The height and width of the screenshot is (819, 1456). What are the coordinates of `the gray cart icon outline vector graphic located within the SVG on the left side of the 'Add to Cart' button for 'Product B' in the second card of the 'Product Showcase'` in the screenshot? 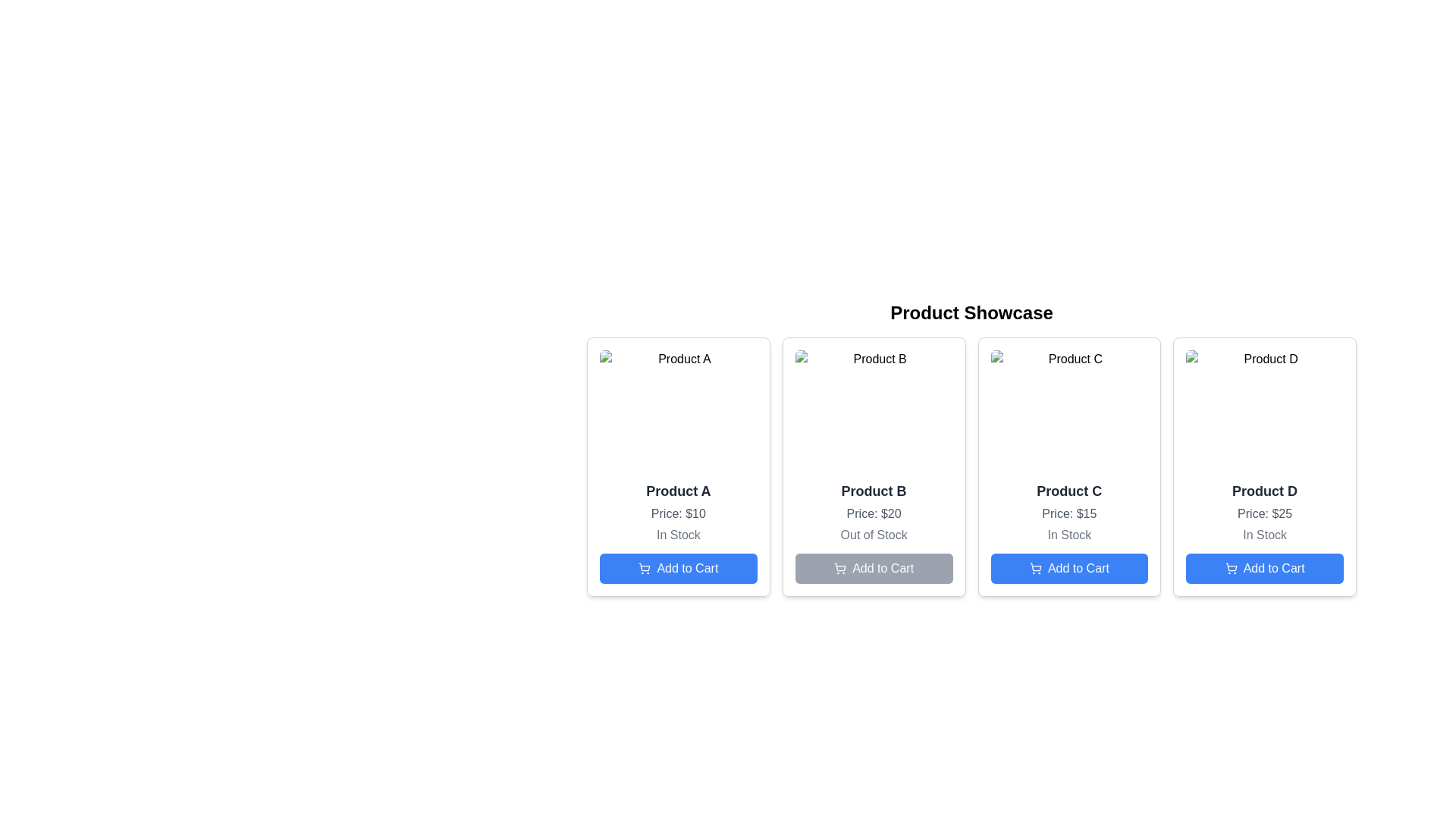 It's located at (839, 567).